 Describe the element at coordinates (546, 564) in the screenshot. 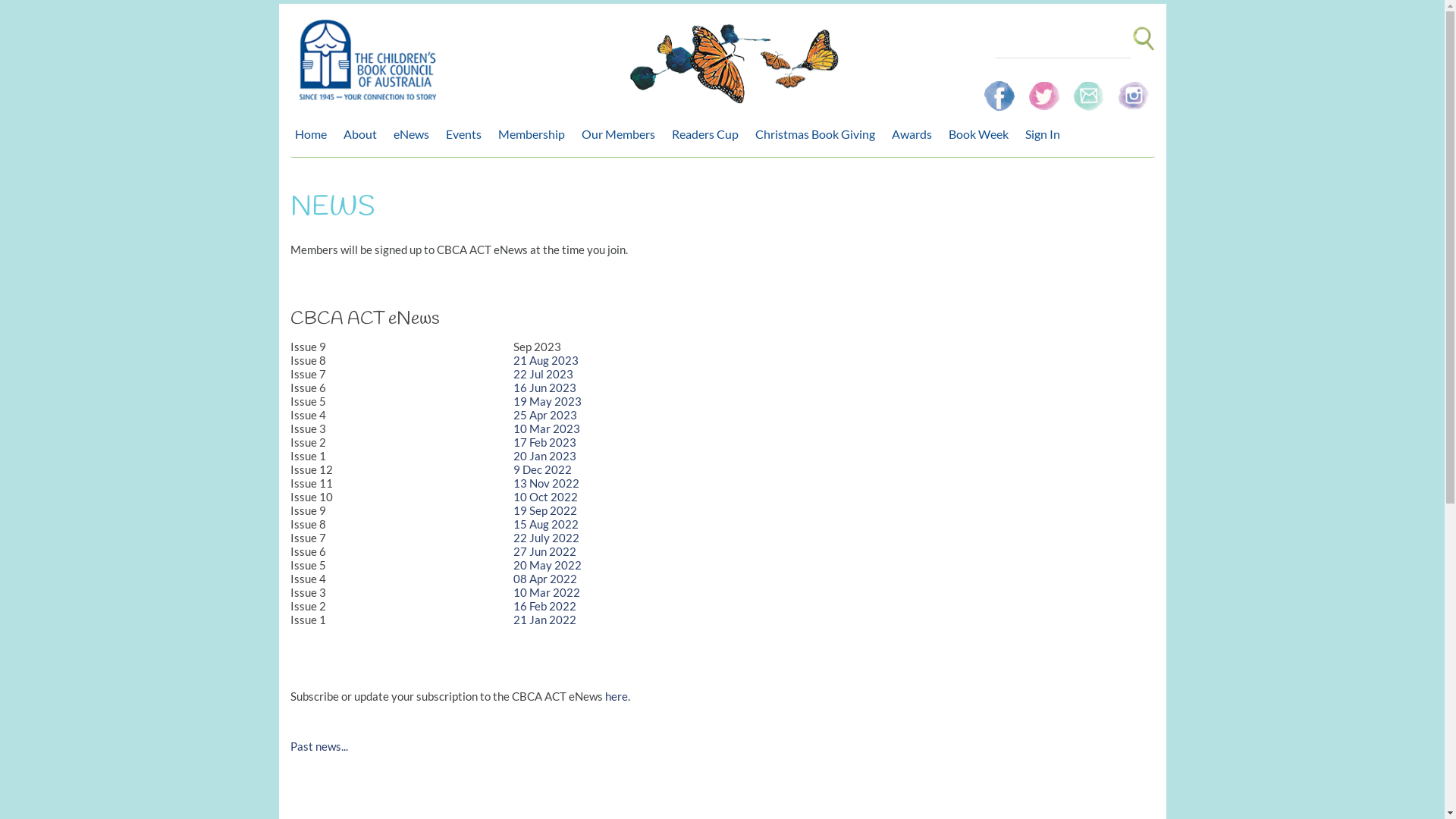

I see `'20 May 2022'` at that location.